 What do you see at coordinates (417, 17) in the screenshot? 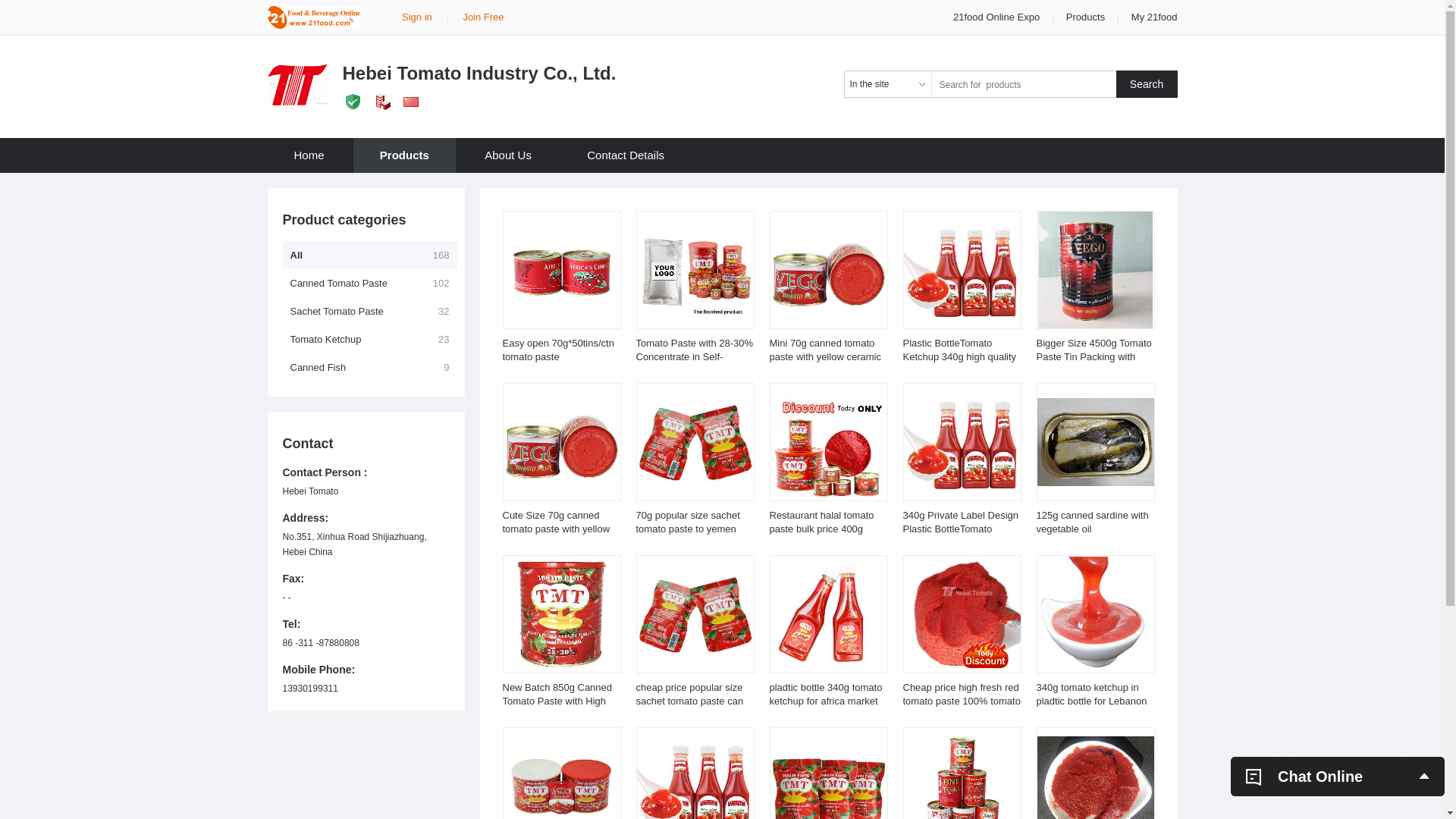
I see `'Sign in'` at bounding box center [417, 17].